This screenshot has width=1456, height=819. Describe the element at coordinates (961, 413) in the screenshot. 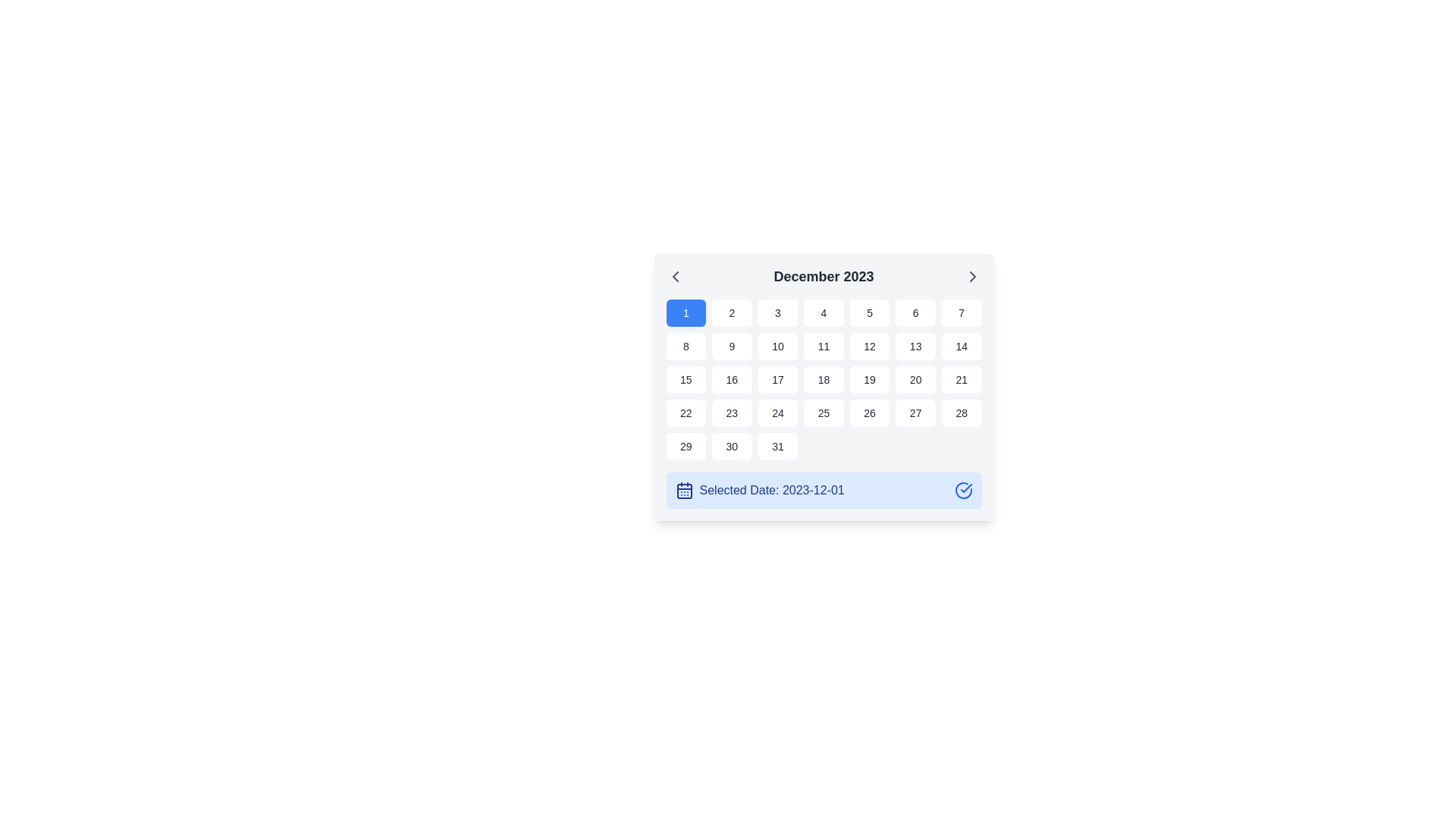

I see `the interactive calendar cell representing the 28th day of the month` at that location.